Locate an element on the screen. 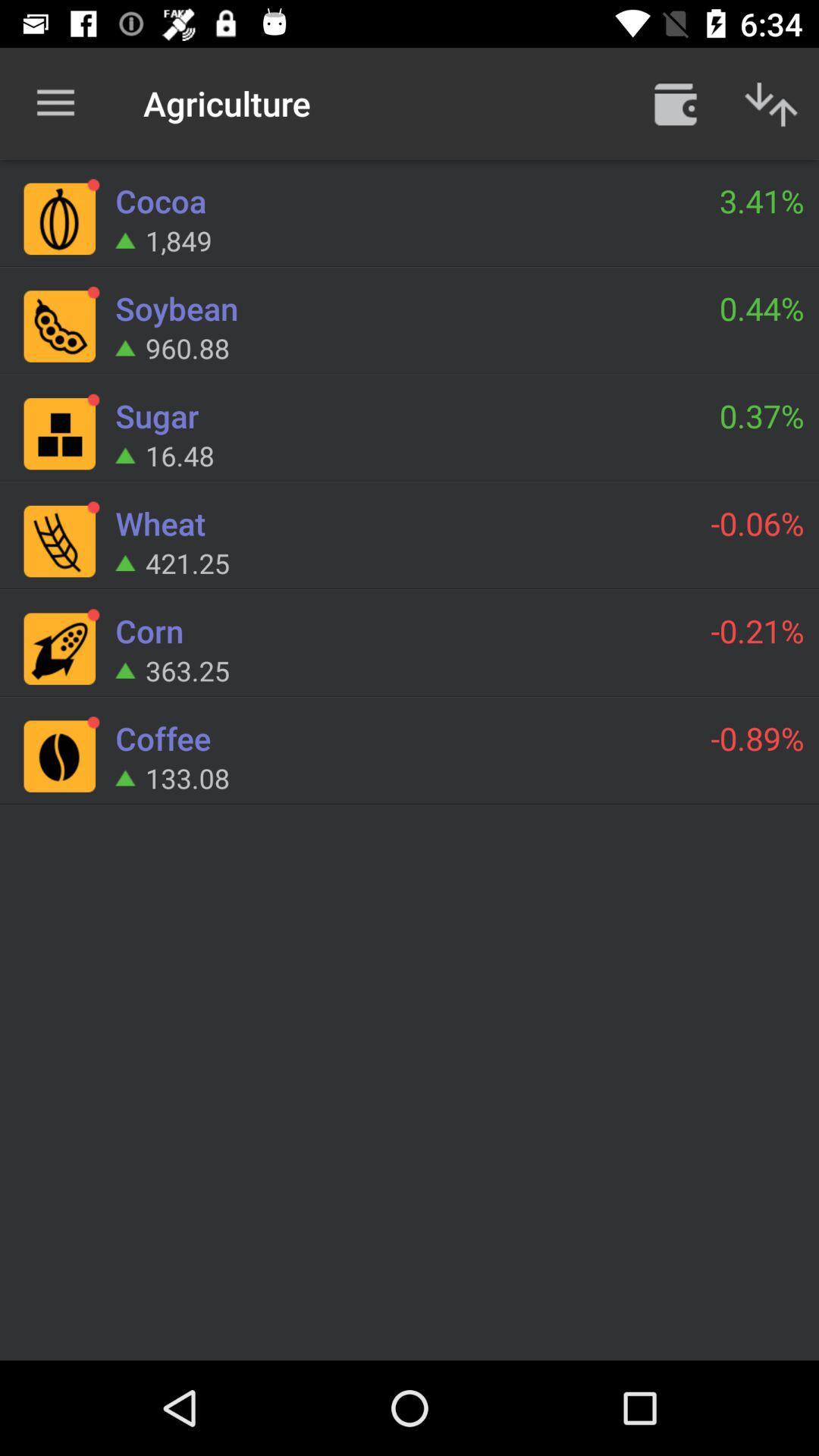 The width and height of the screenshot is (819, 1456). sort stocks is located at coordinates (771, 102).